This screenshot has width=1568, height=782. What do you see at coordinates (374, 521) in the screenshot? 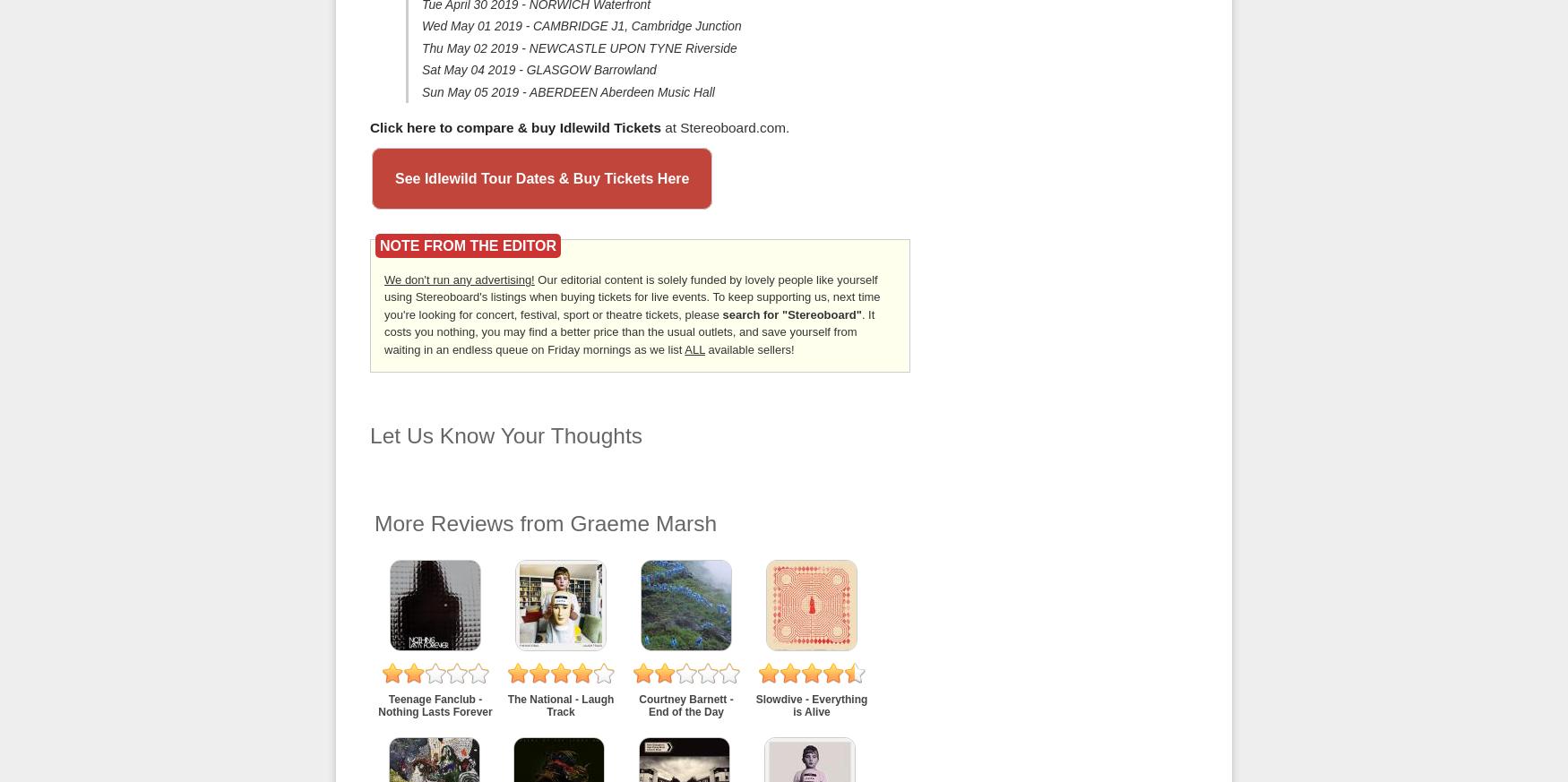
I see `'More Reviews from Graeme Marsh'` at bounding box center [374, 521].